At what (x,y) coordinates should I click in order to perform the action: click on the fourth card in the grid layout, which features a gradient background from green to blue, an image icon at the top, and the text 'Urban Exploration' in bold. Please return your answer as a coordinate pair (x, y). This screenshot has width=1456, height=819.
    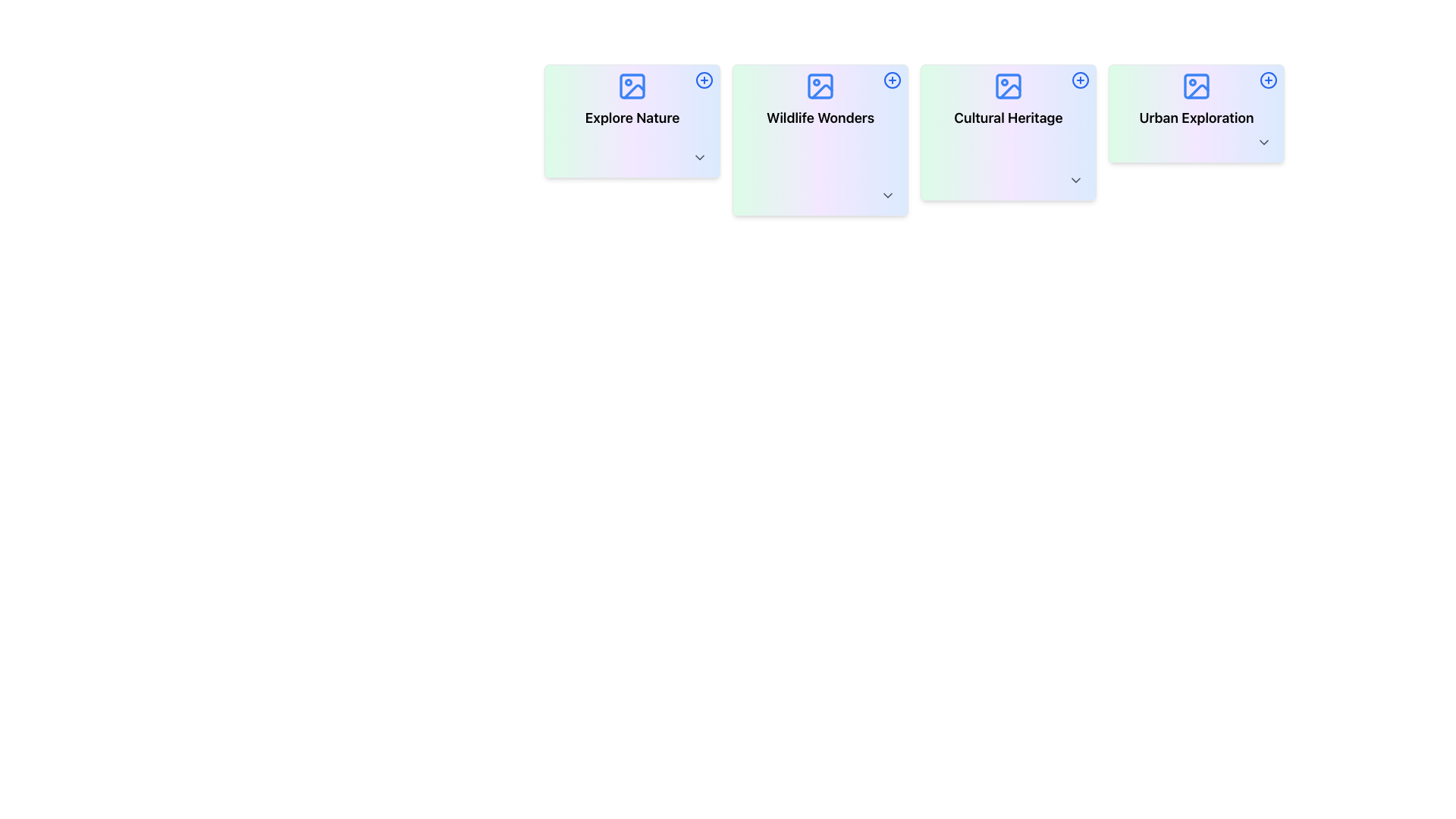
    Looking at the image, I should click on (1196, 113).